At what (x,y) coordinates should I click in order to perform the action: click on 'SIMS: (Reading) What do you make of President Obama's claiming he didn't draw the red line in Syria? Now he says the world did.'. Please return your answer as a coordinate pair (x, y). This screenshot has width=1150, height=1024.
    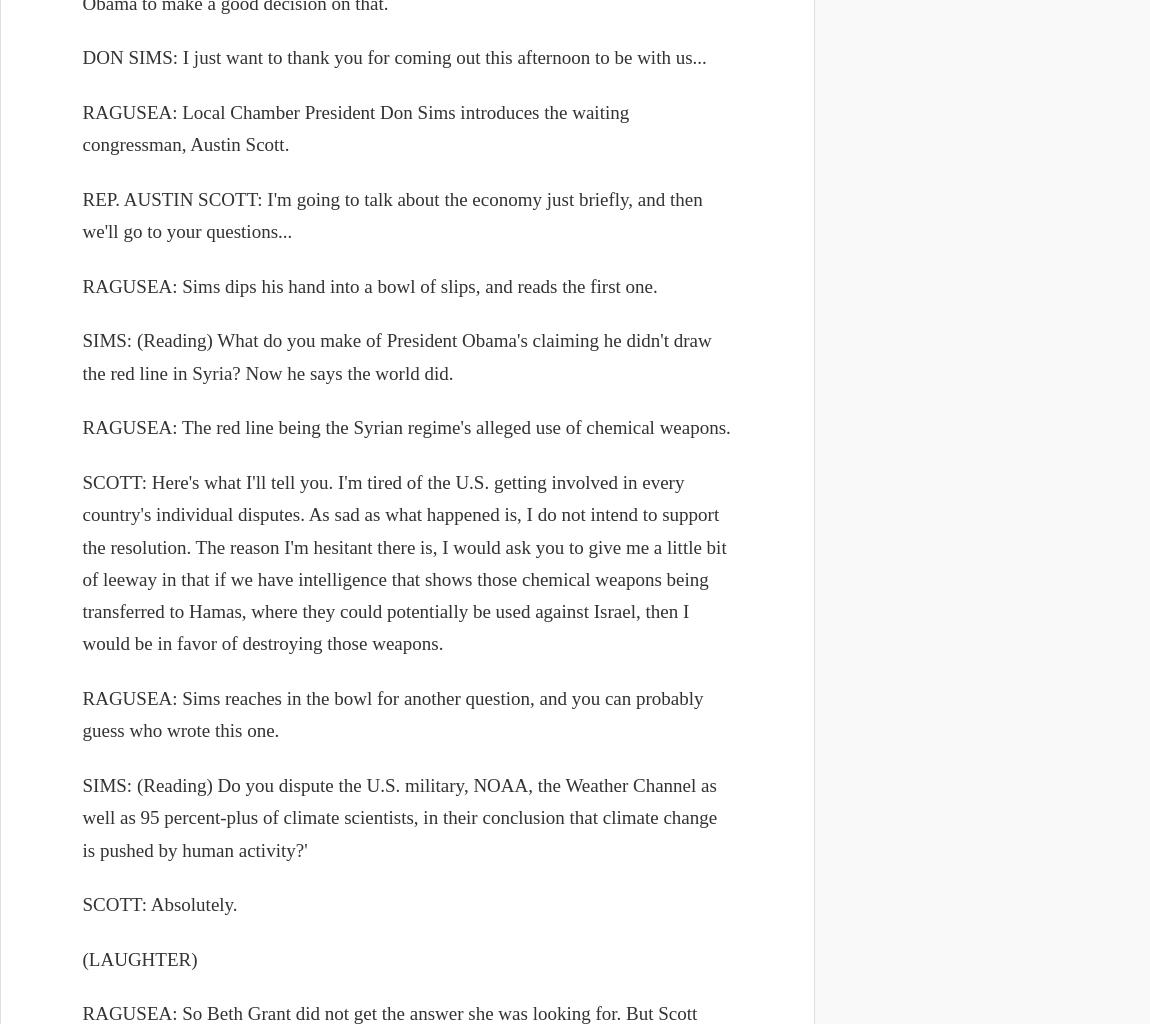
    Looking at the image, I should click on (396, 356).